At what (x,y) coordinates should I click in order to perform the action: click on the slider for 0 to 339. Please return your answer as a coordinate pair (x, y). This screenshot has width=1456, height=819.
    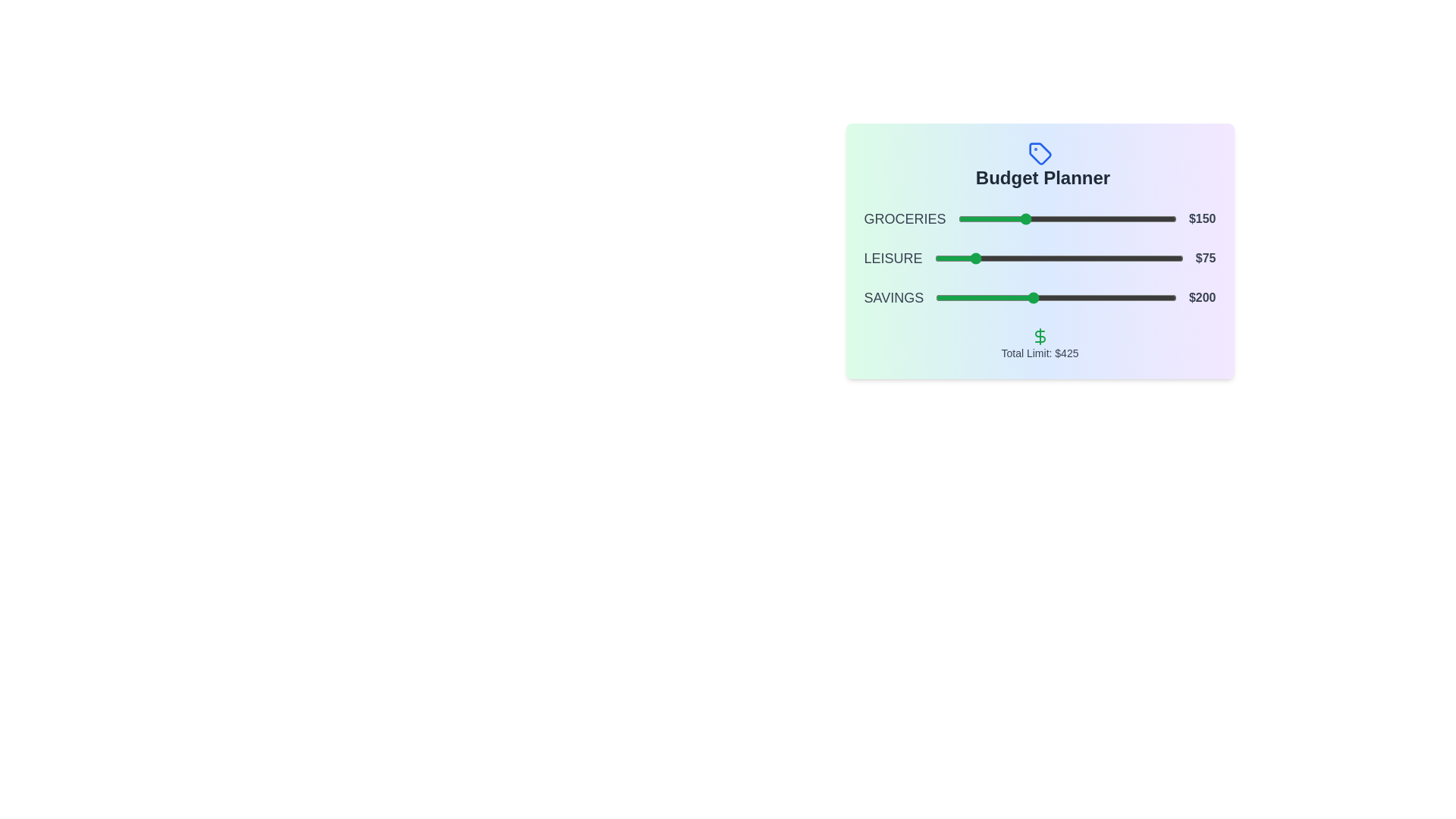
    Looking at the image, I should click on (1106, 219).